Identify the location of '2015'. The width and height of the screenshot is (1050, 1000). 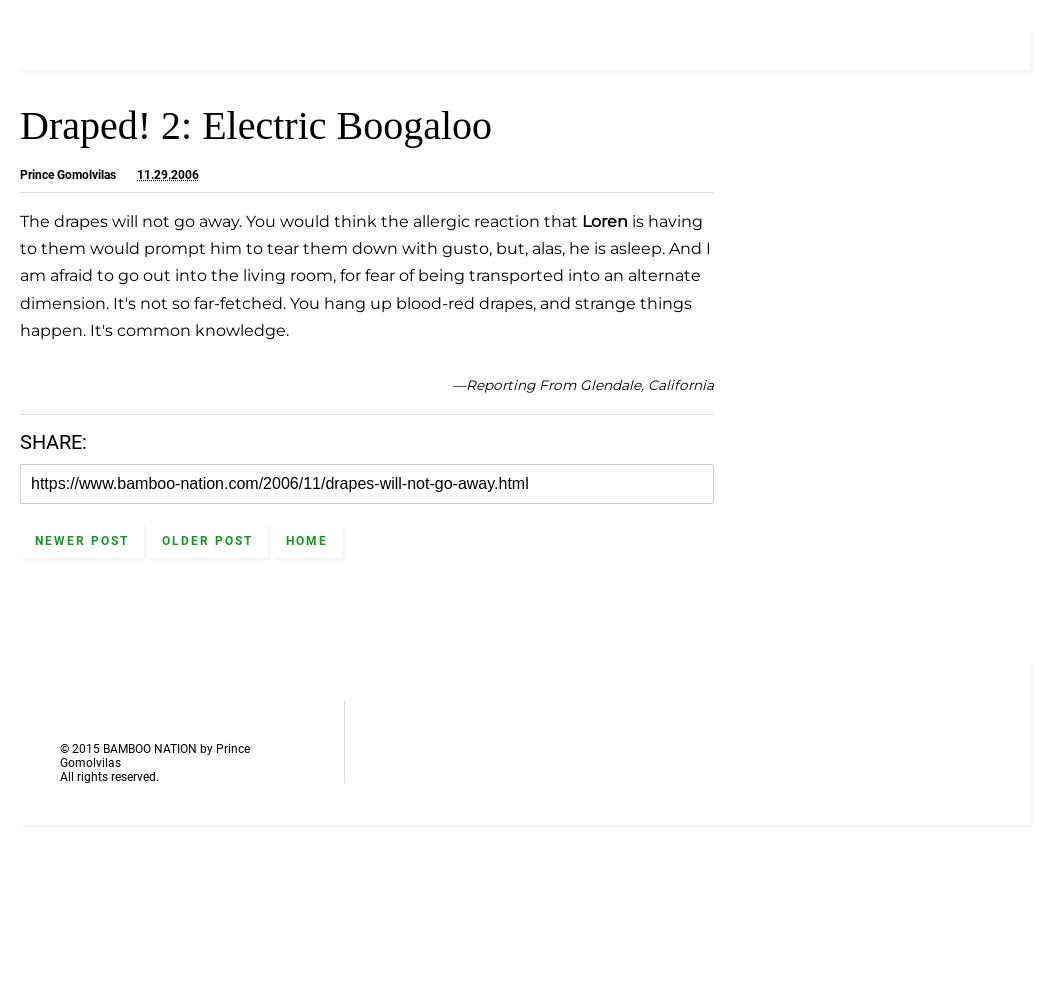
(85, 748).